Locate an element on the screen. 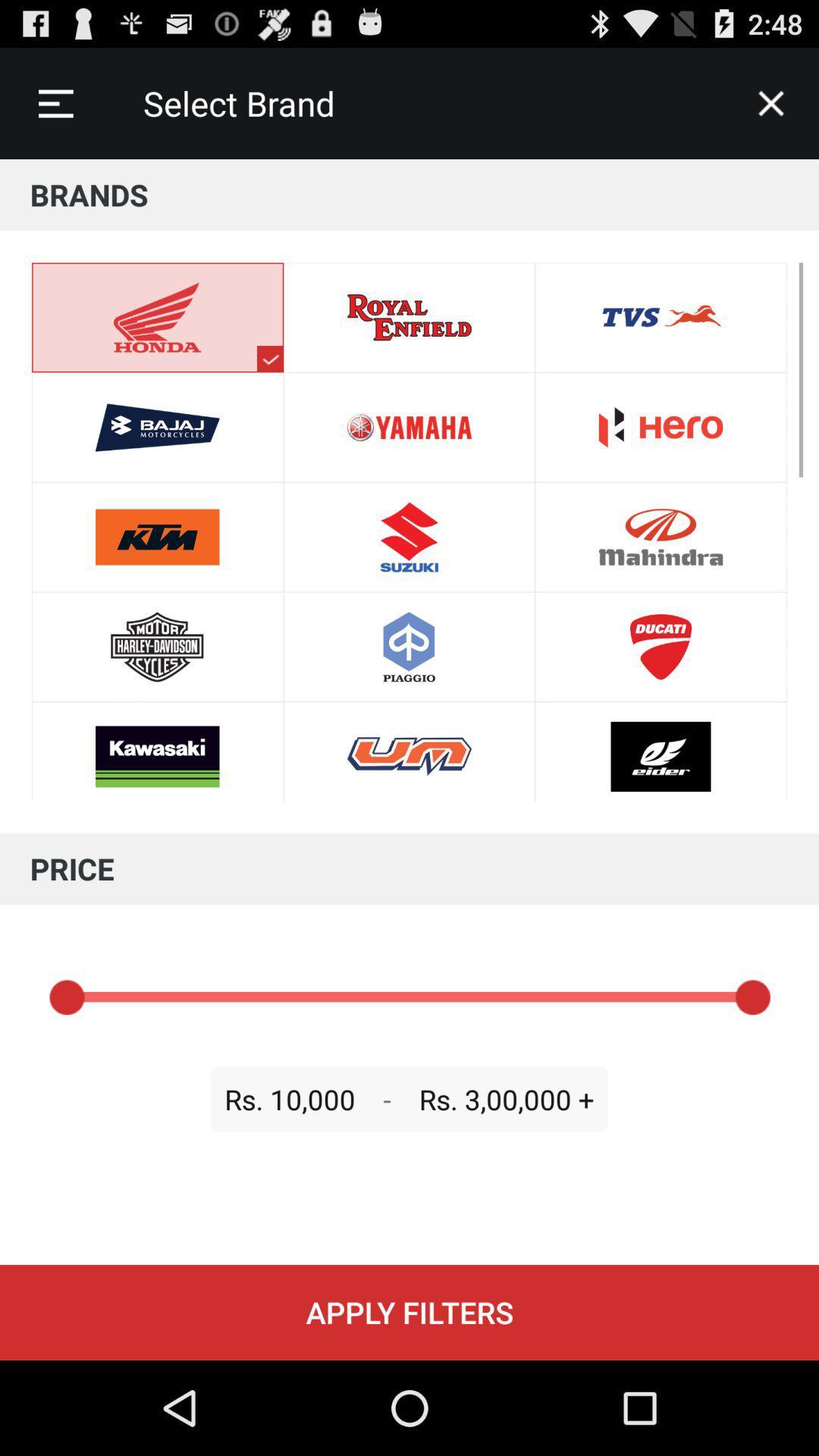 This screenshot has height=1456, width=819. the logo below the brands text is located at coordinates (269, 358).